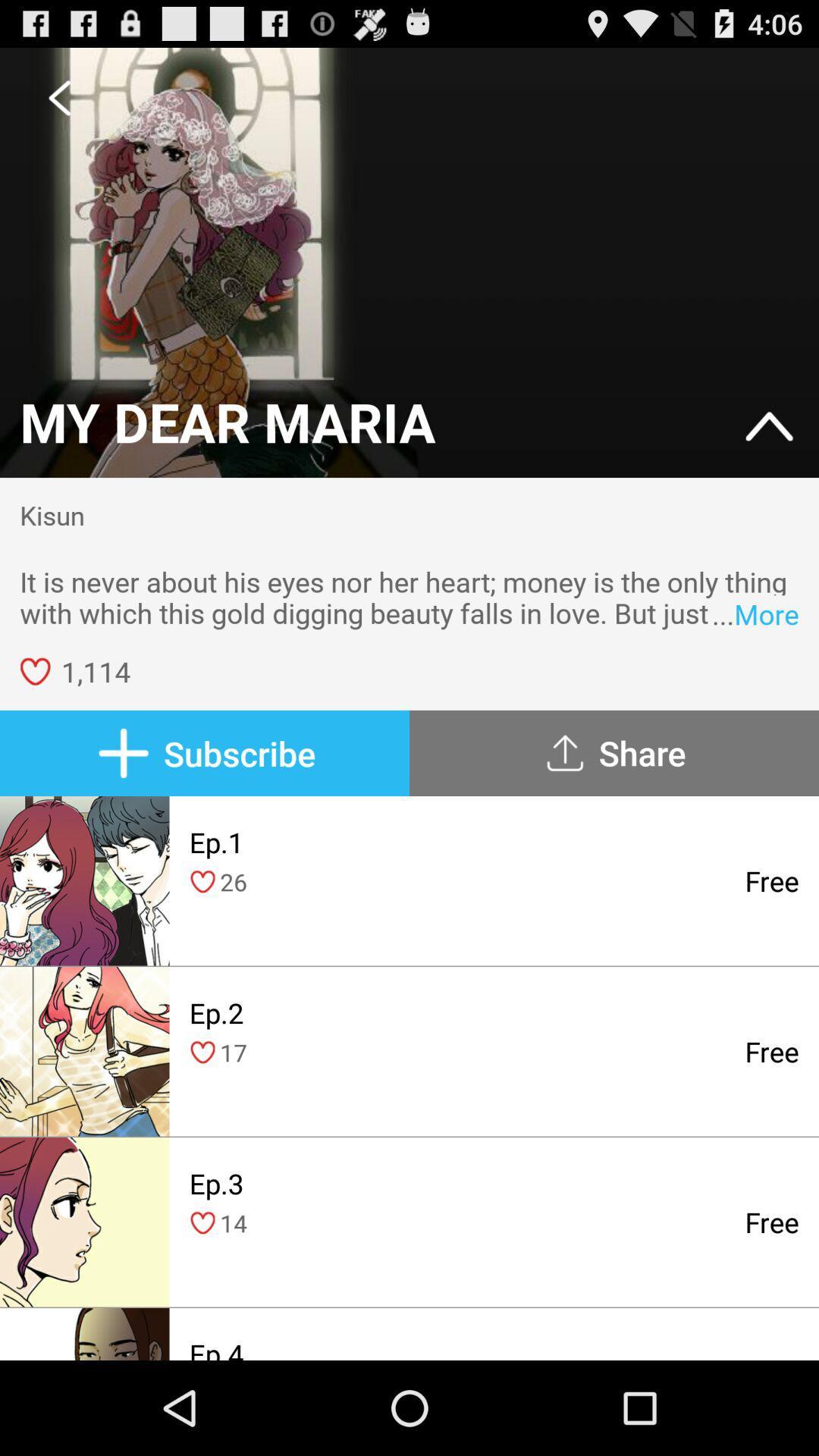 The width and height of the screenshot is (819, 1456). What do you see at coordinates (614, 753) in the screenshot?
I see `share next to subscribe above free` at bounding box center [614, 753].